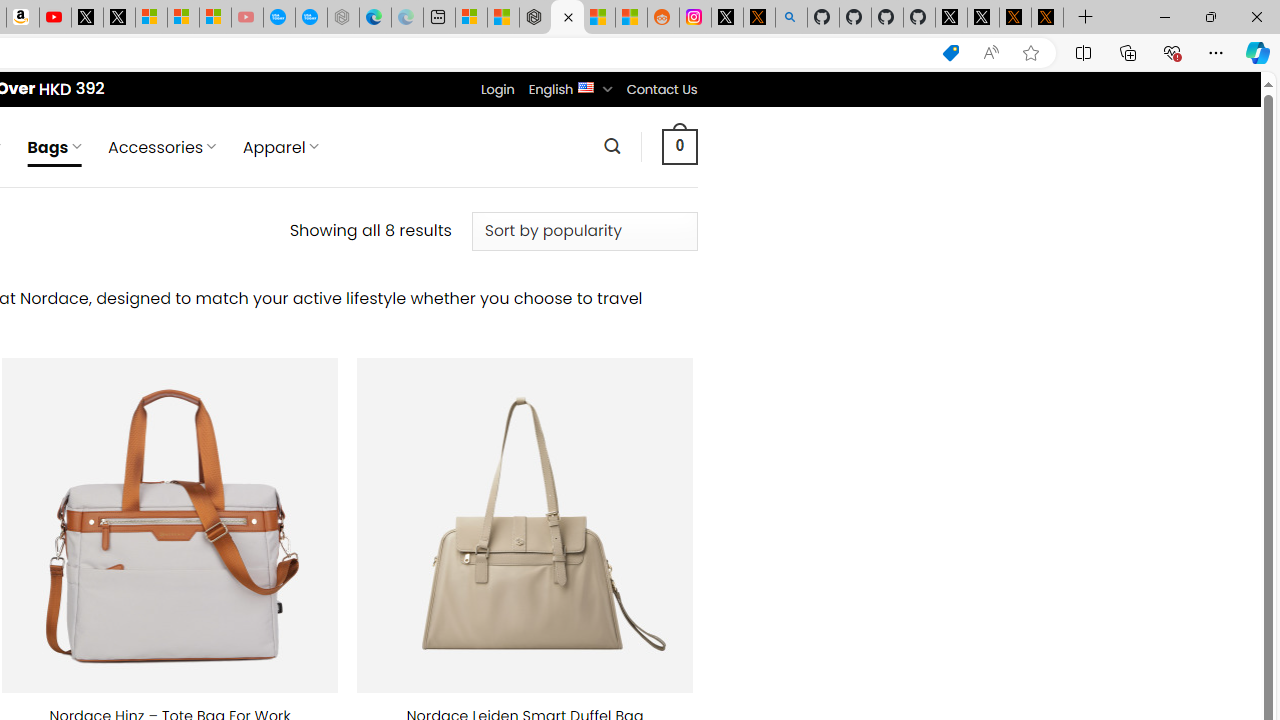 This screenshot has width=1280, height=720. Describe the element at coordinates (310, 17) in the screenshot. I see `'The most popular Google '` at that location.